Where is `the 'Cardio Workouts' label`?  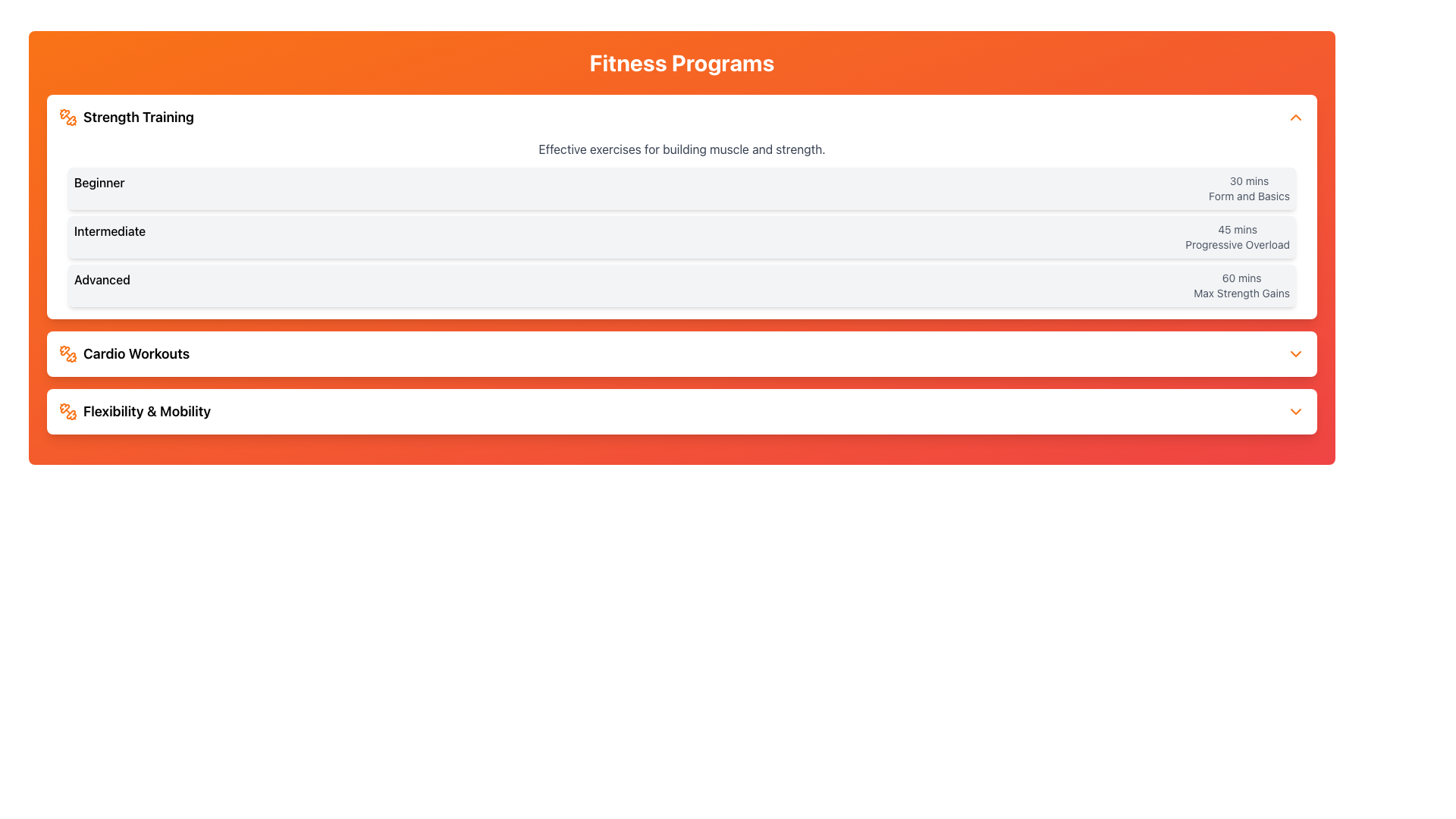
the 'Cardio Workouts' label is located at coordinates (136, 353).